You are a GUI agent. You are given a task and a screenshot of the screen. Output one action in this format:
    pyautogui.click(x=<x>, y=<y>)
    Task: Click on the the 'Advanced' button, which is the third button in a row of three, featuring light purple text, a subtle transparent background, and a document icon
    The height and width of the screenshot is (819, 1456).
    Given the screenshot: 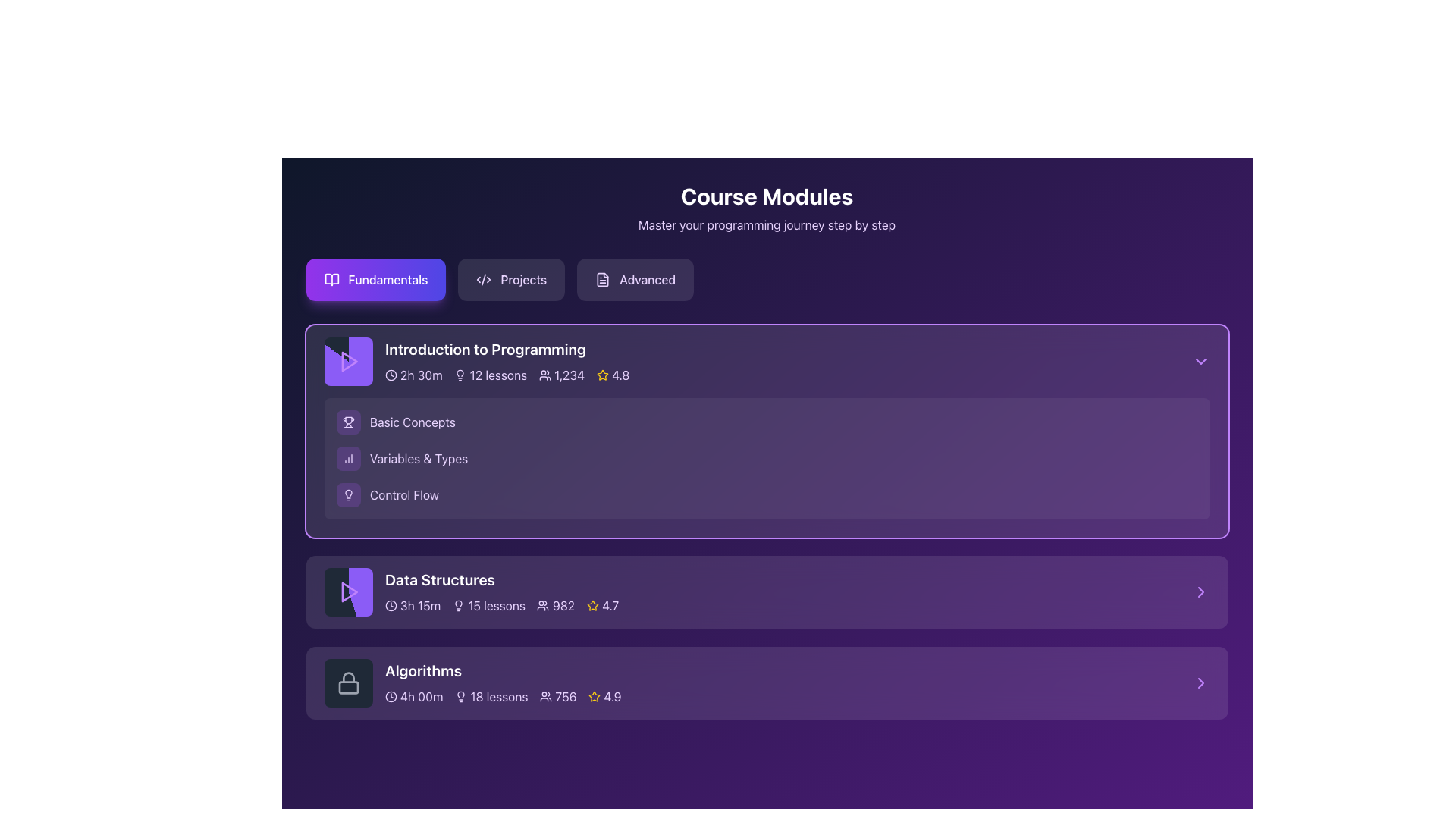 What is the action you would take?
    pyautogui.click(x=635, y=280)
    